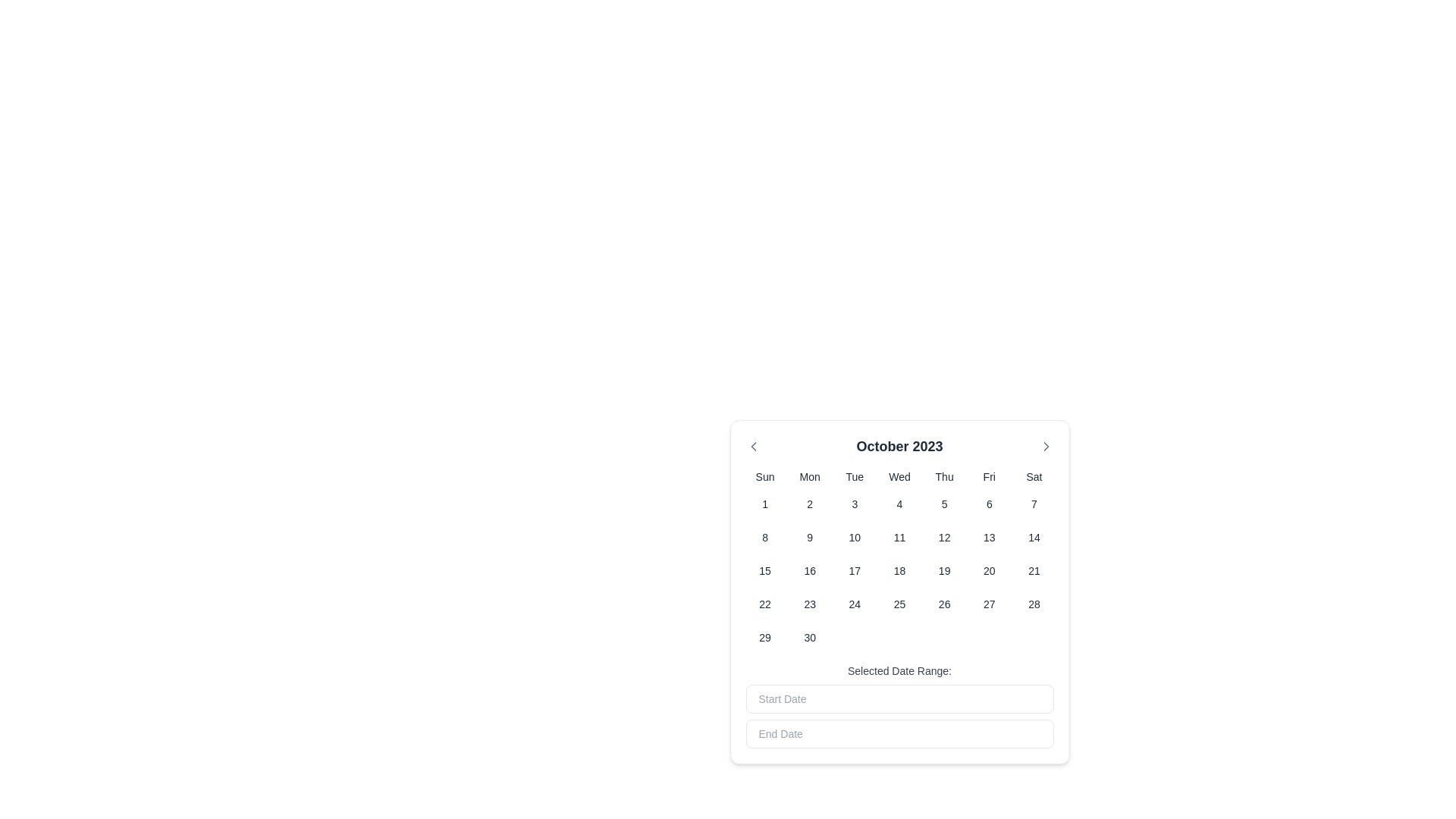  I want to click on the rounded rectangular button with a light gray background and black text displaying '10' located under the 'Tue' column in the calendar for October 10th, 2023, so click(855, 537).